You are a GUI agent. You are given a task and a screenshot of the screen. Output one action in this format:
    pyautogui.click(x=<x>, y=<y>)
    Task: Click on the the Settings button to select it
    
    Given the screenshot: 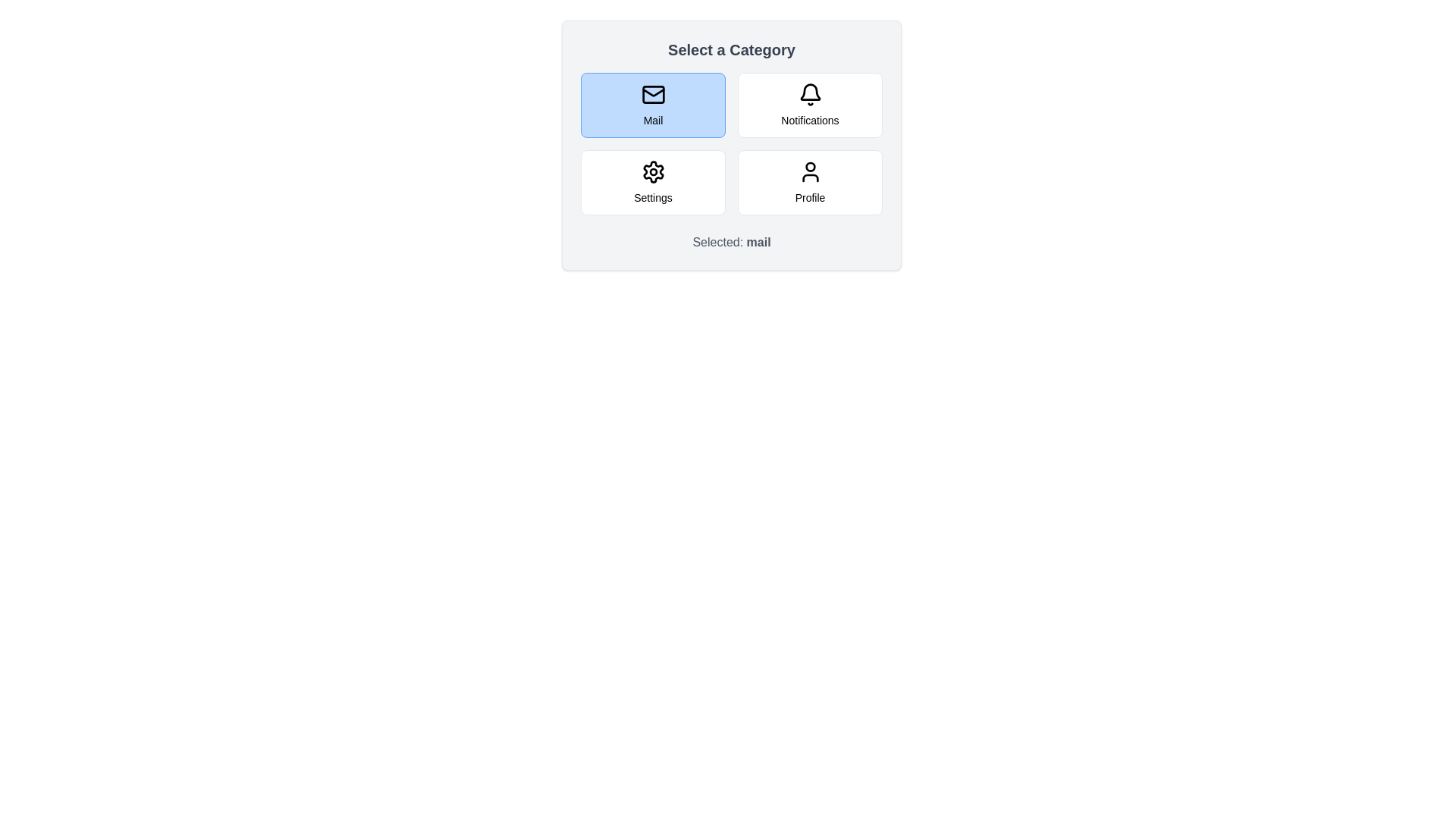 What is the action you would take?
    pyautogui.click(x=653, y=181)
    